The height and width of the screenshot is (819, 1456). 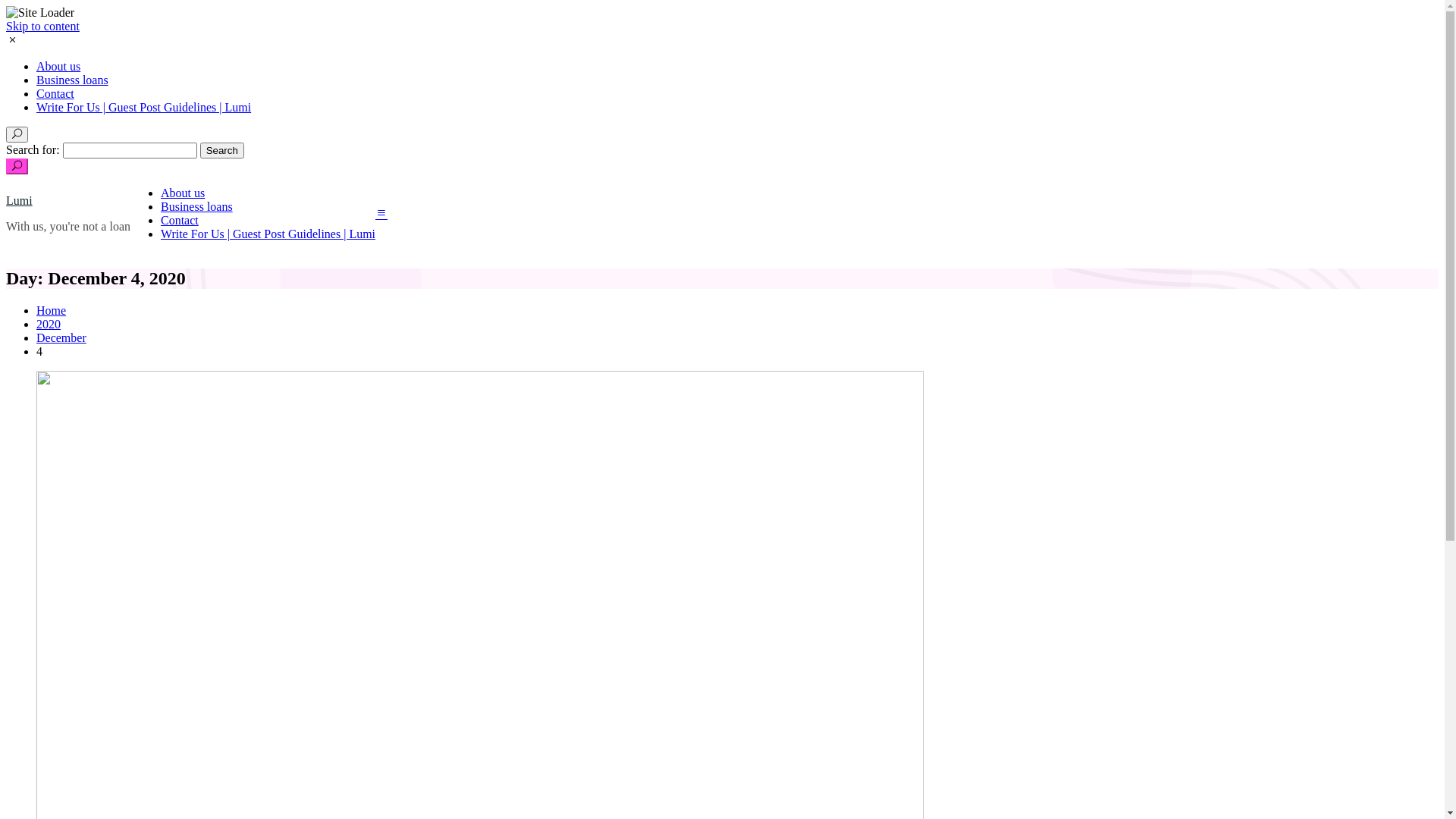 What do you see at coordinates (61, 337) in the screenshot?
I see `'December'` at bounding box center [61, 337].